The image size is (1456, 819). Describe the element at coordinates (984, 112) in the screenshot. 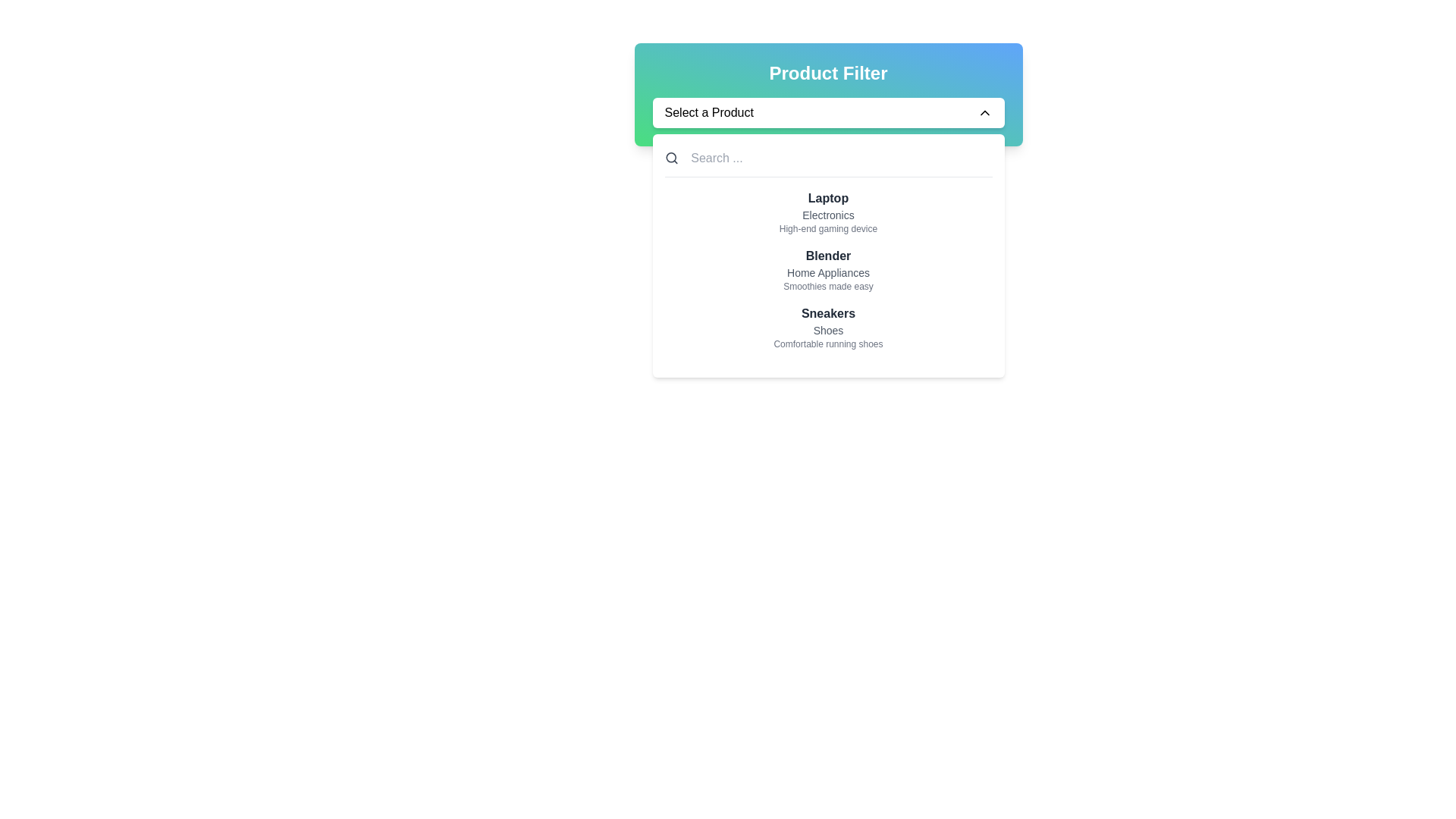

I see `the Chevron-Up icon located at the rightmost part of the 'Select a Product' dropdown bar` at that location.